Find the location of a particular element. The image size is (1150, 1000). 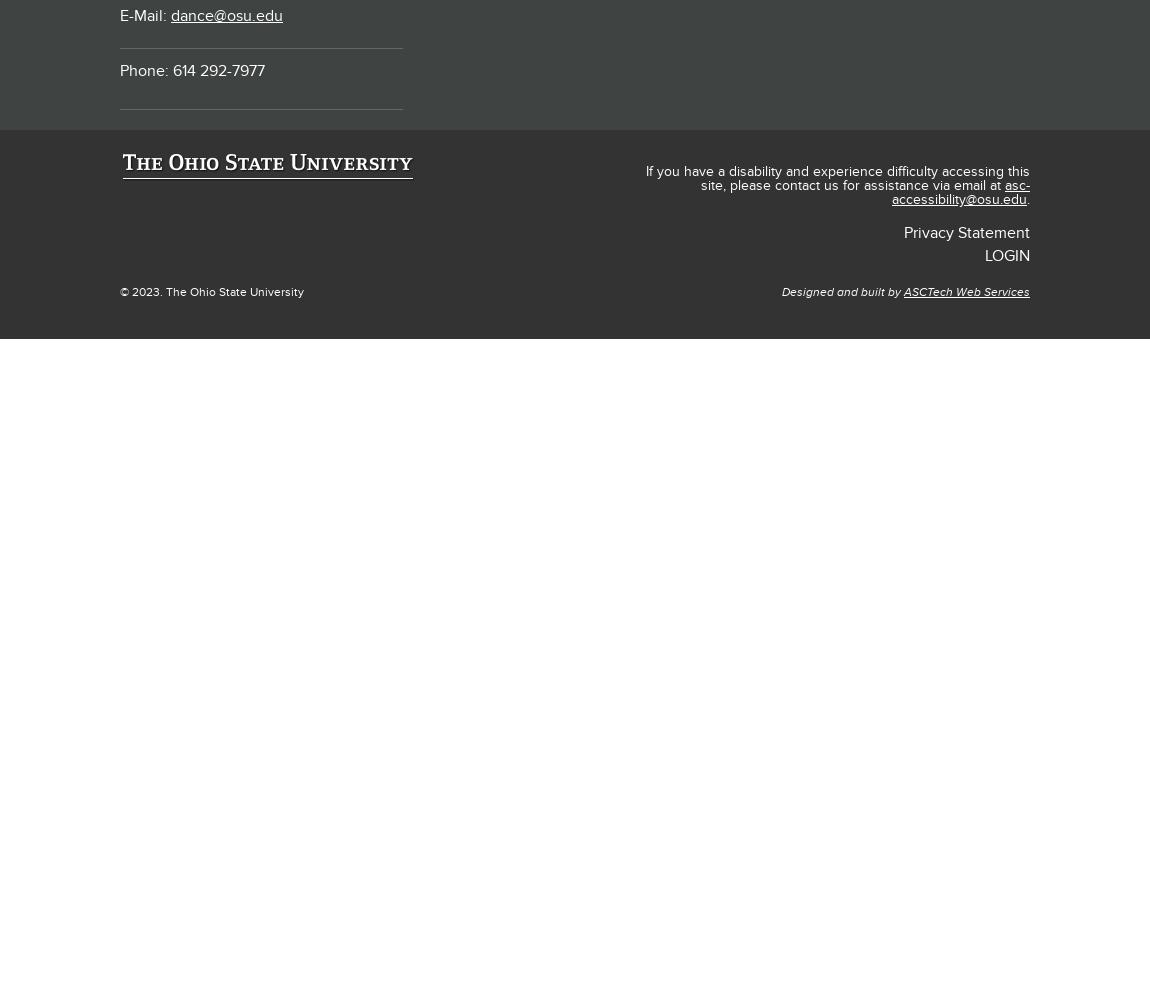

'© 2023. The Ohio State University' is located at coordinates (210, 292).